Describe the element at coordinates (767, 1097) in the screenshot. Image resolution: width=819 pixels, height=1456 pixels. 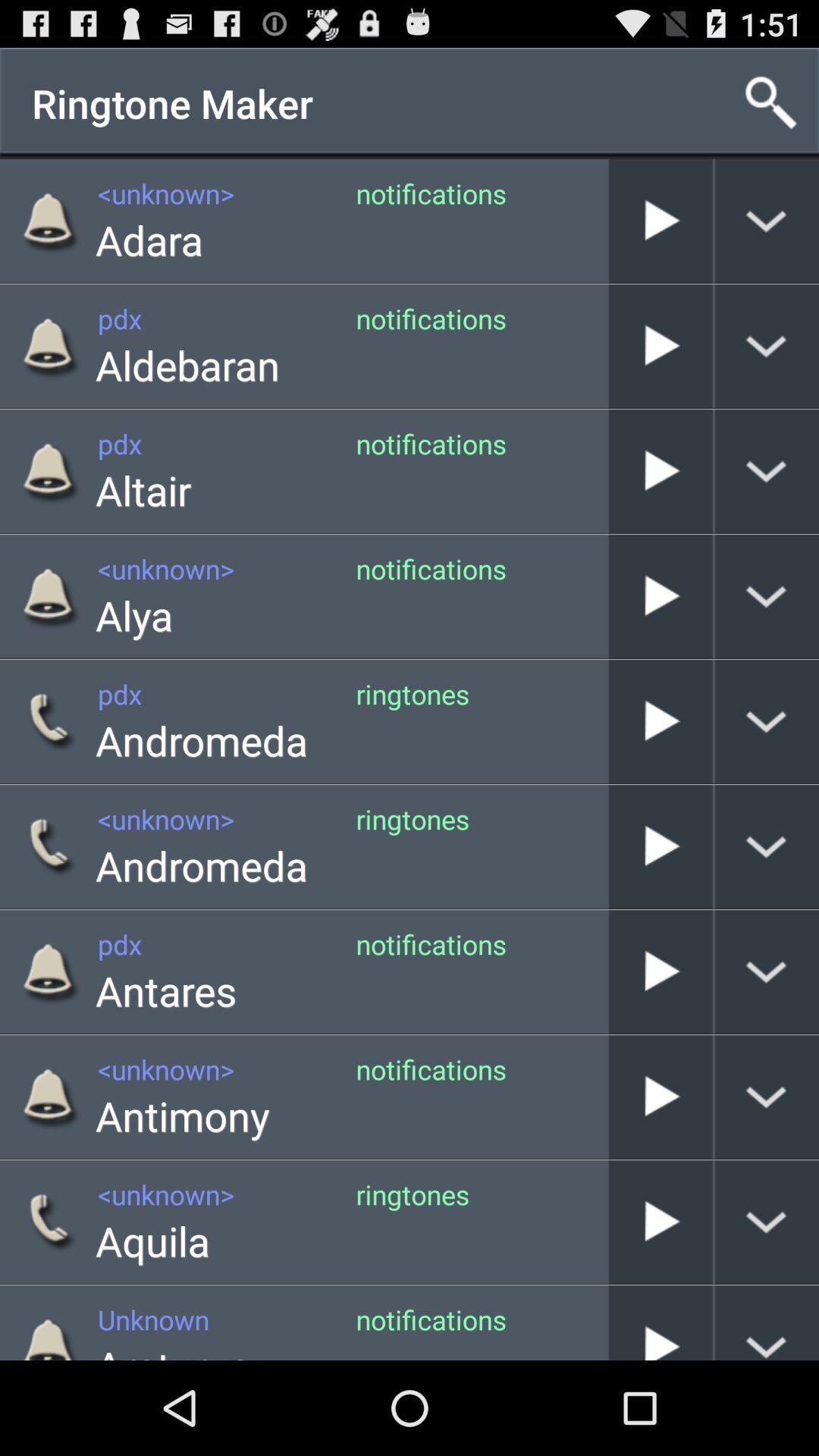
I see `expand item` at that location.